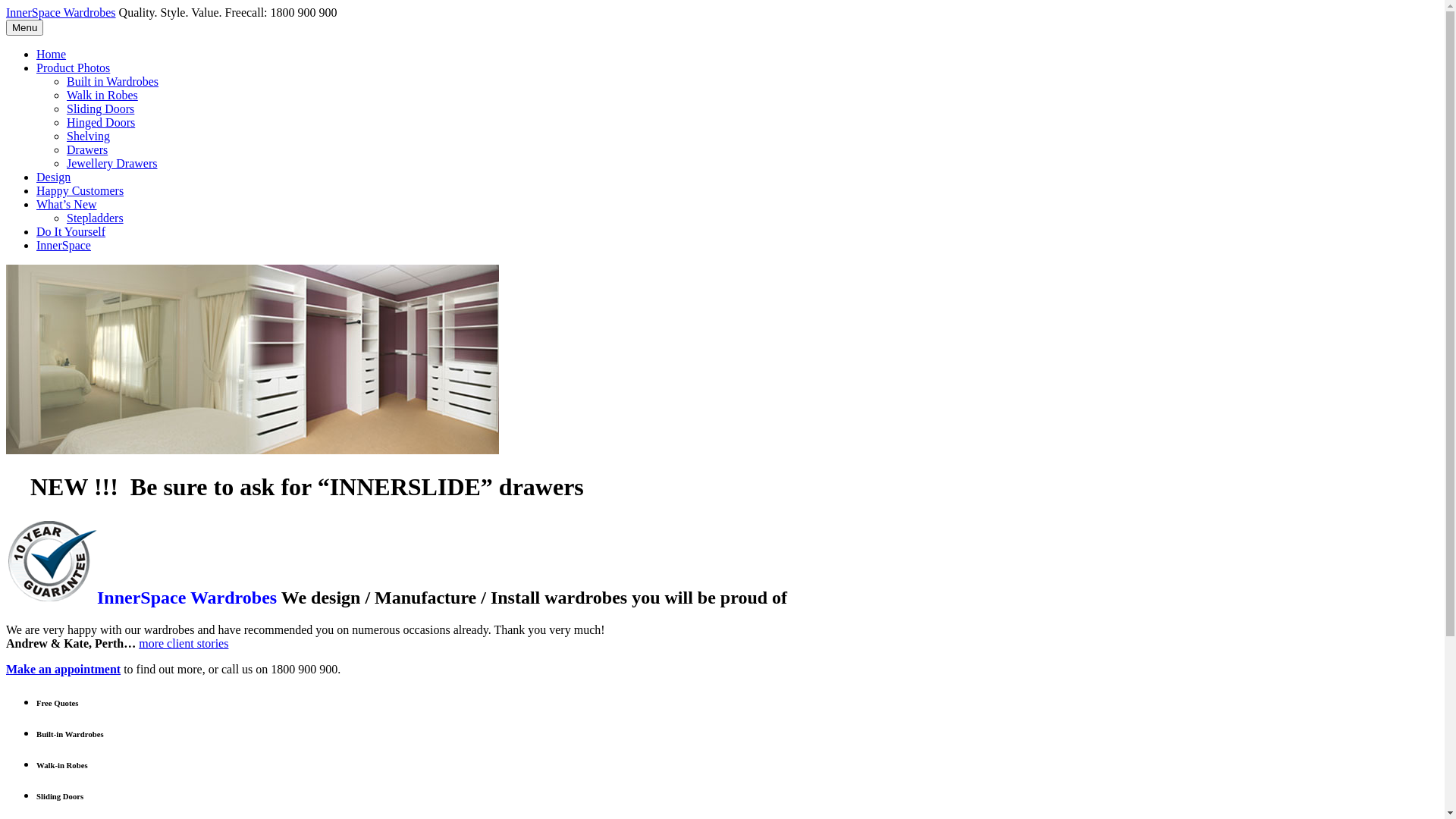 This screenshot has height=819, width=1456. I want to click on 'Menu', so click(24, 27).